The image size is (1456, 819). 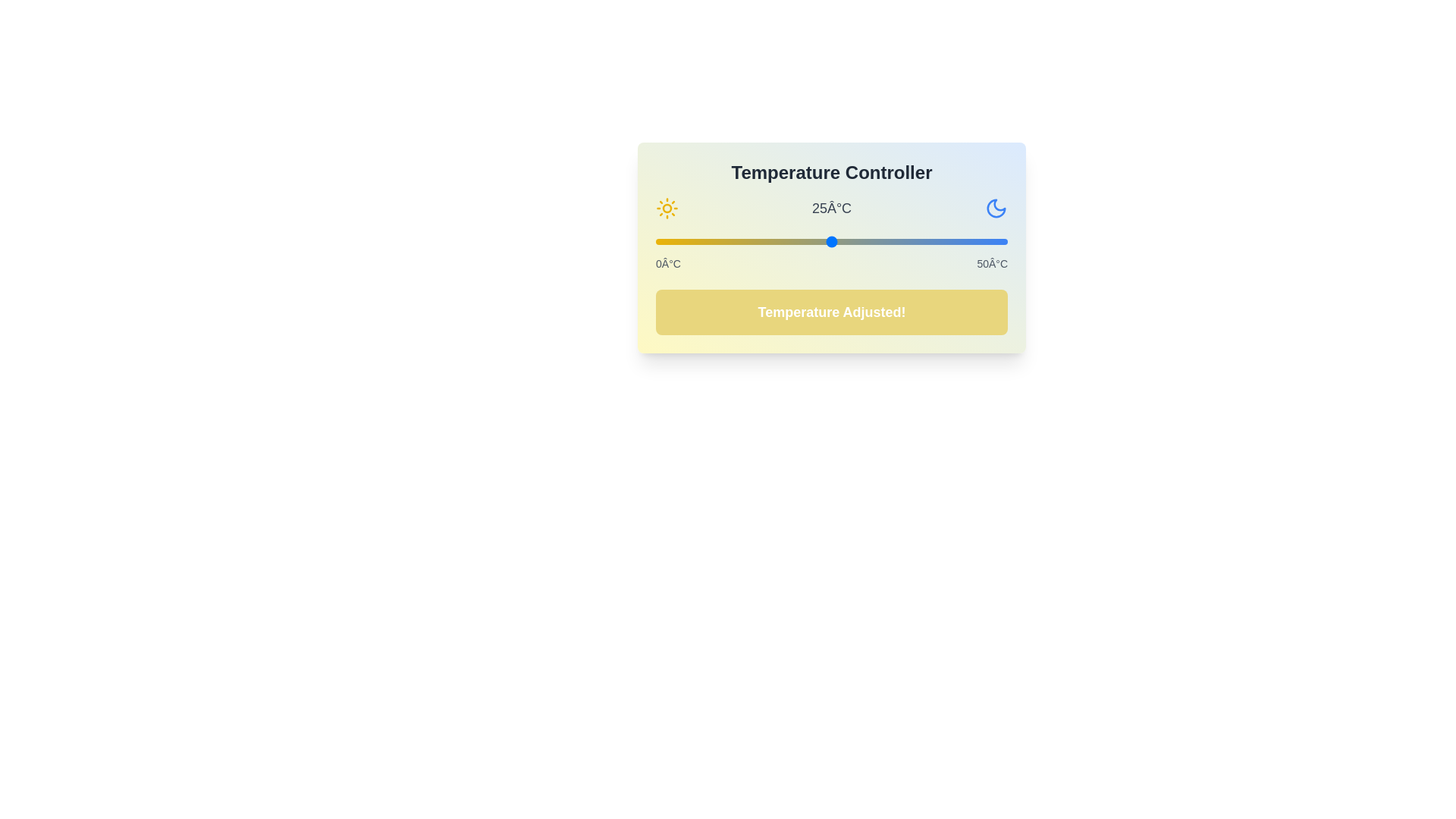 I want to click on the slider to set the temperature to 12°C, so click(x=740, y=241).